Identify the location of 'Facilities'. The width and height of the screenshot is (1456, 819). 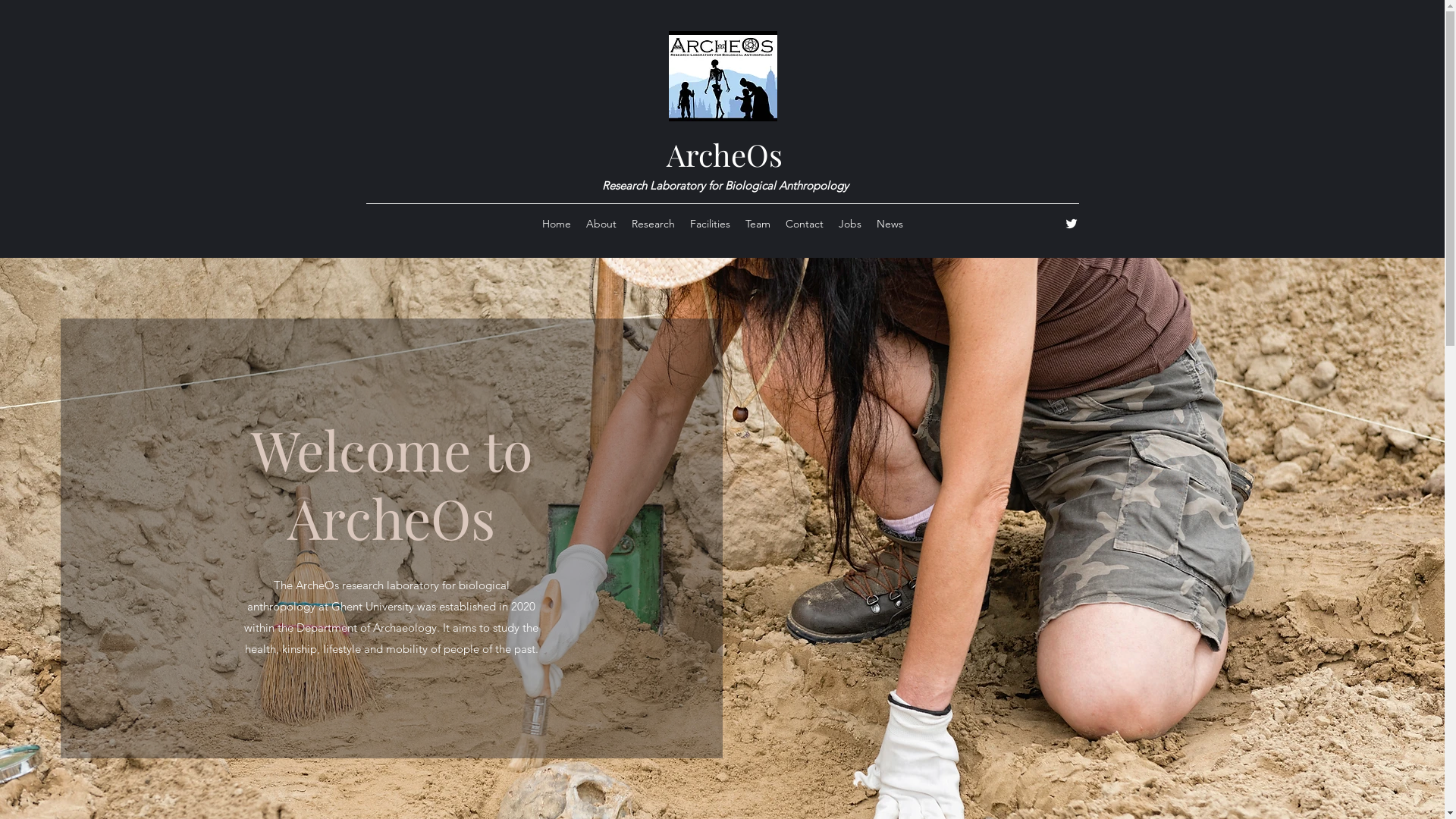
(709, 223).